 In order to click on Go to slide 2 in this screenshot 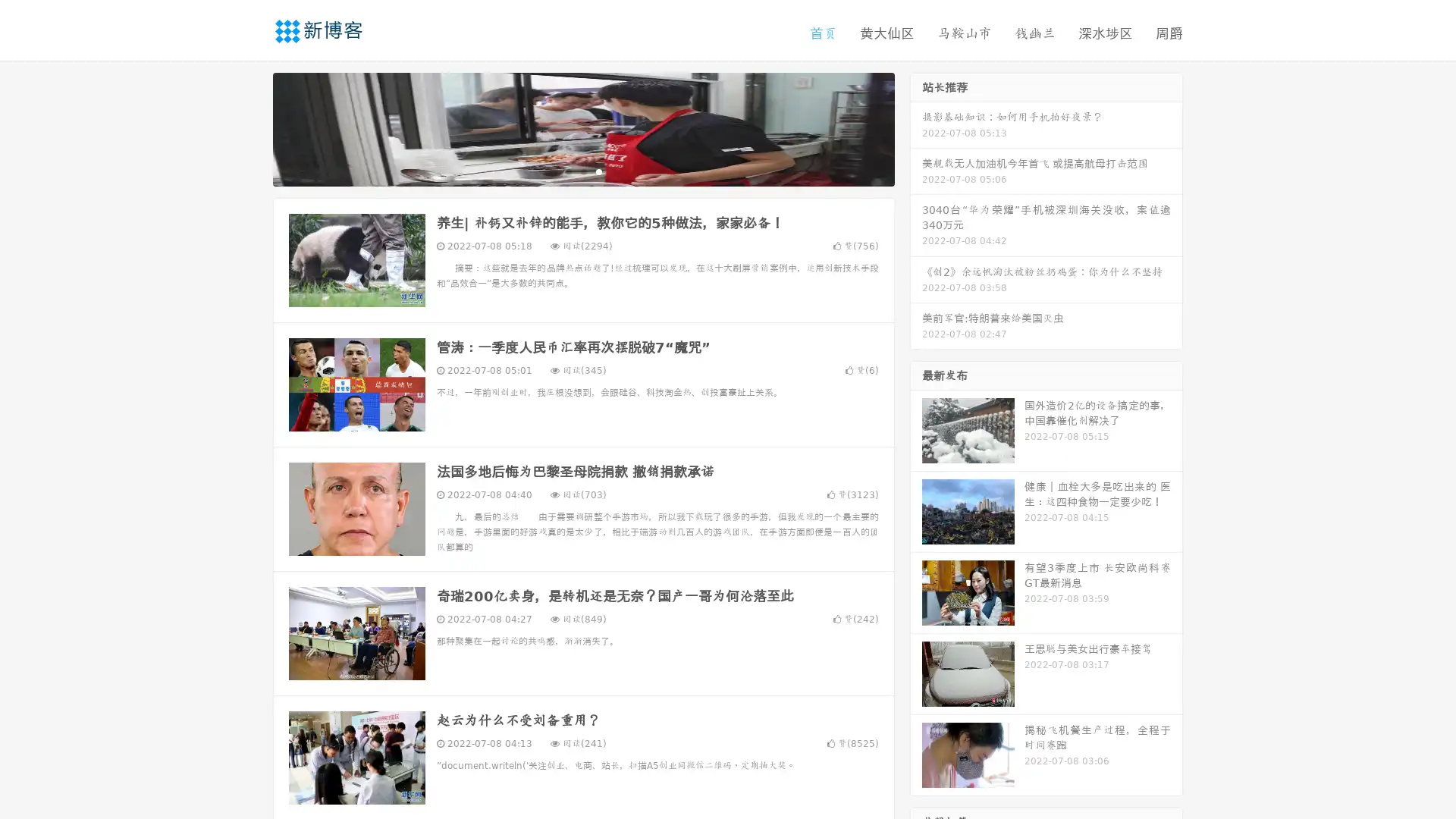, I will do `click(582, 171)`.